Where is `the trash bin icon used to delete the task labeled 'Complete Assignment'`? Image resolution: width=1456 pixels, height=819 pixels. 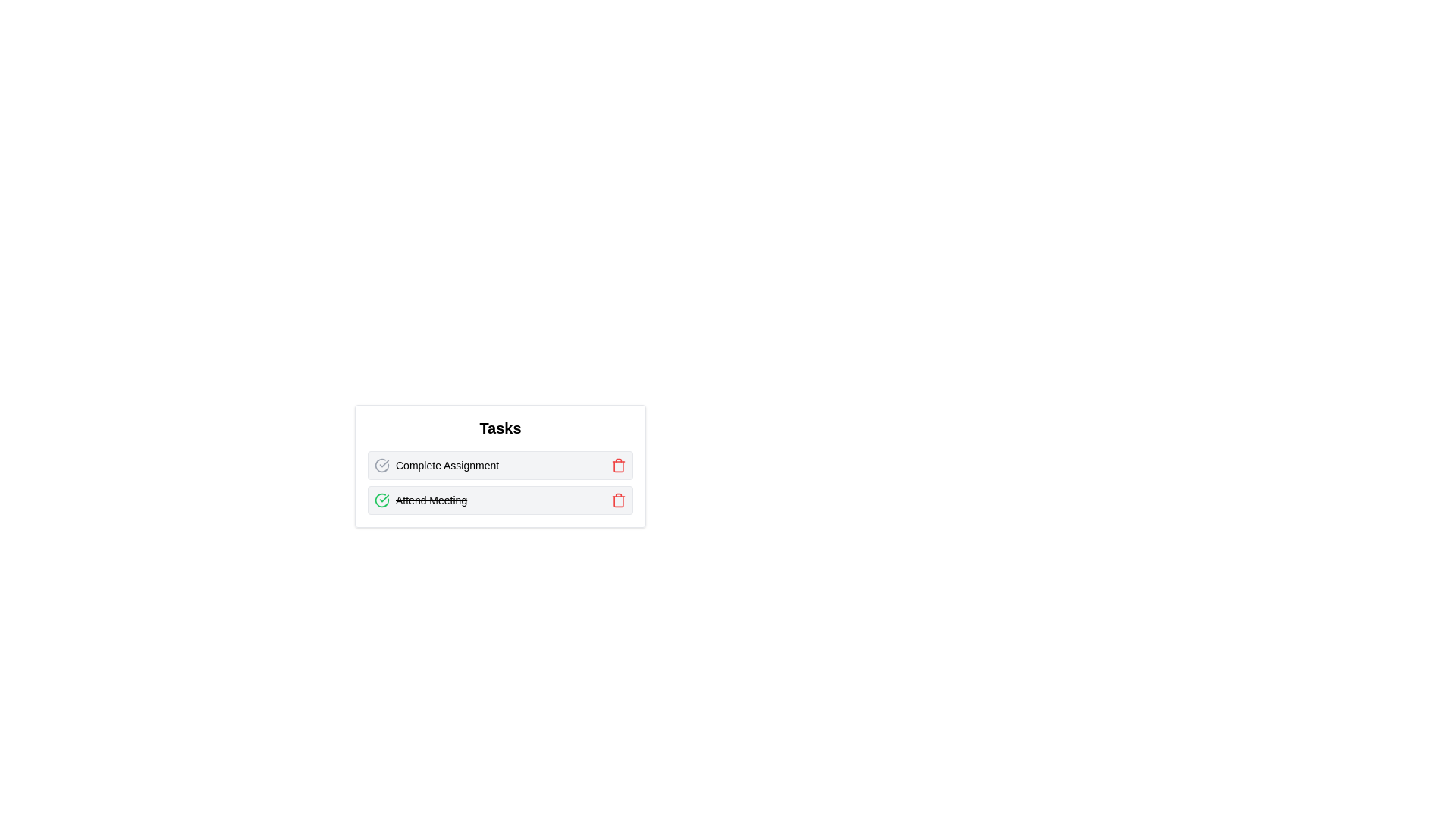
the trash bin icon used to delete the task labeled 'Complete Assignment' is located at coordinates (619, 464).